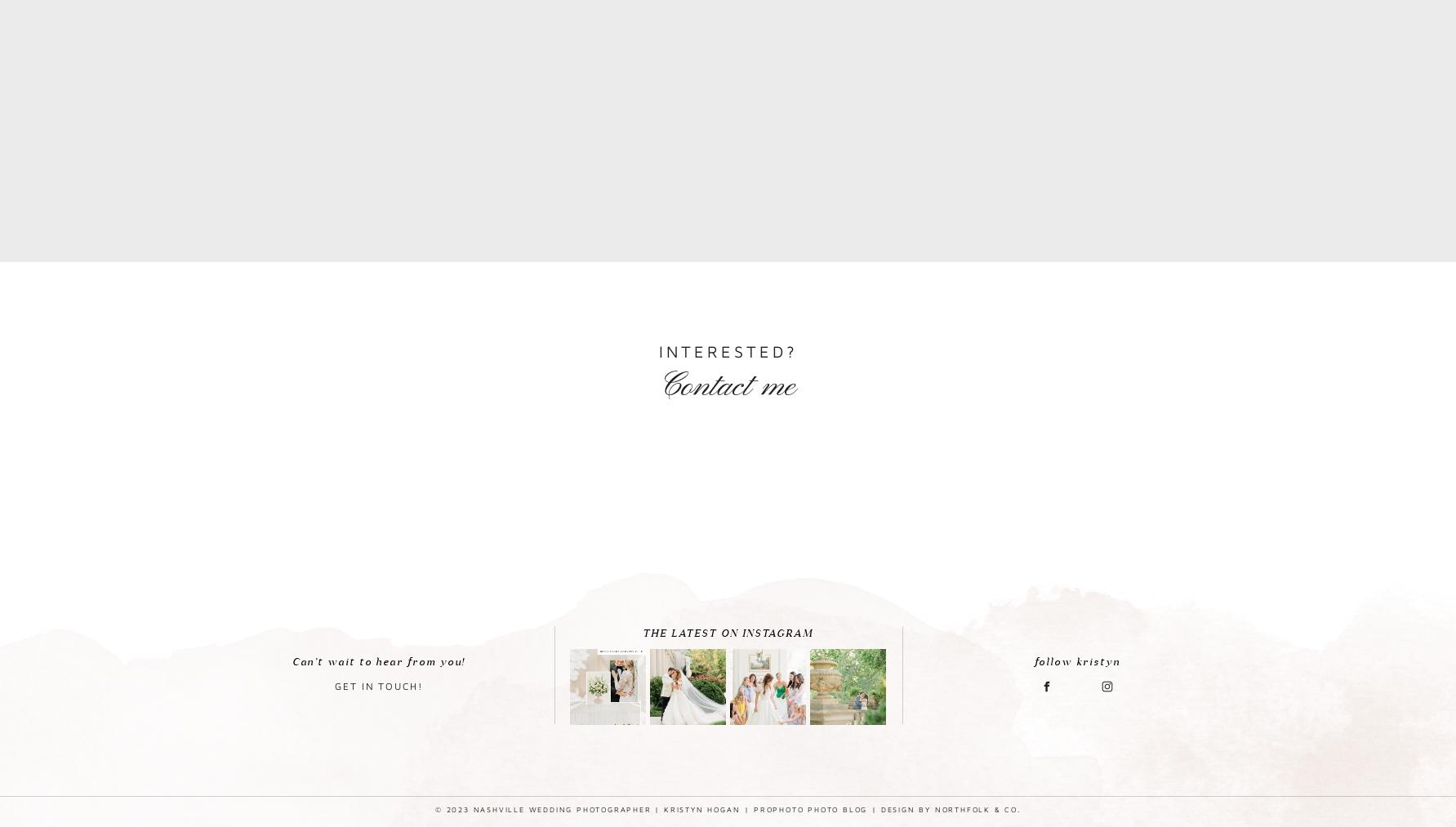  What do you see at coordinates (753, 809) in the screenshot?
I see `'ProPhoto Photo Blog'` at bounding box center [753, 809].